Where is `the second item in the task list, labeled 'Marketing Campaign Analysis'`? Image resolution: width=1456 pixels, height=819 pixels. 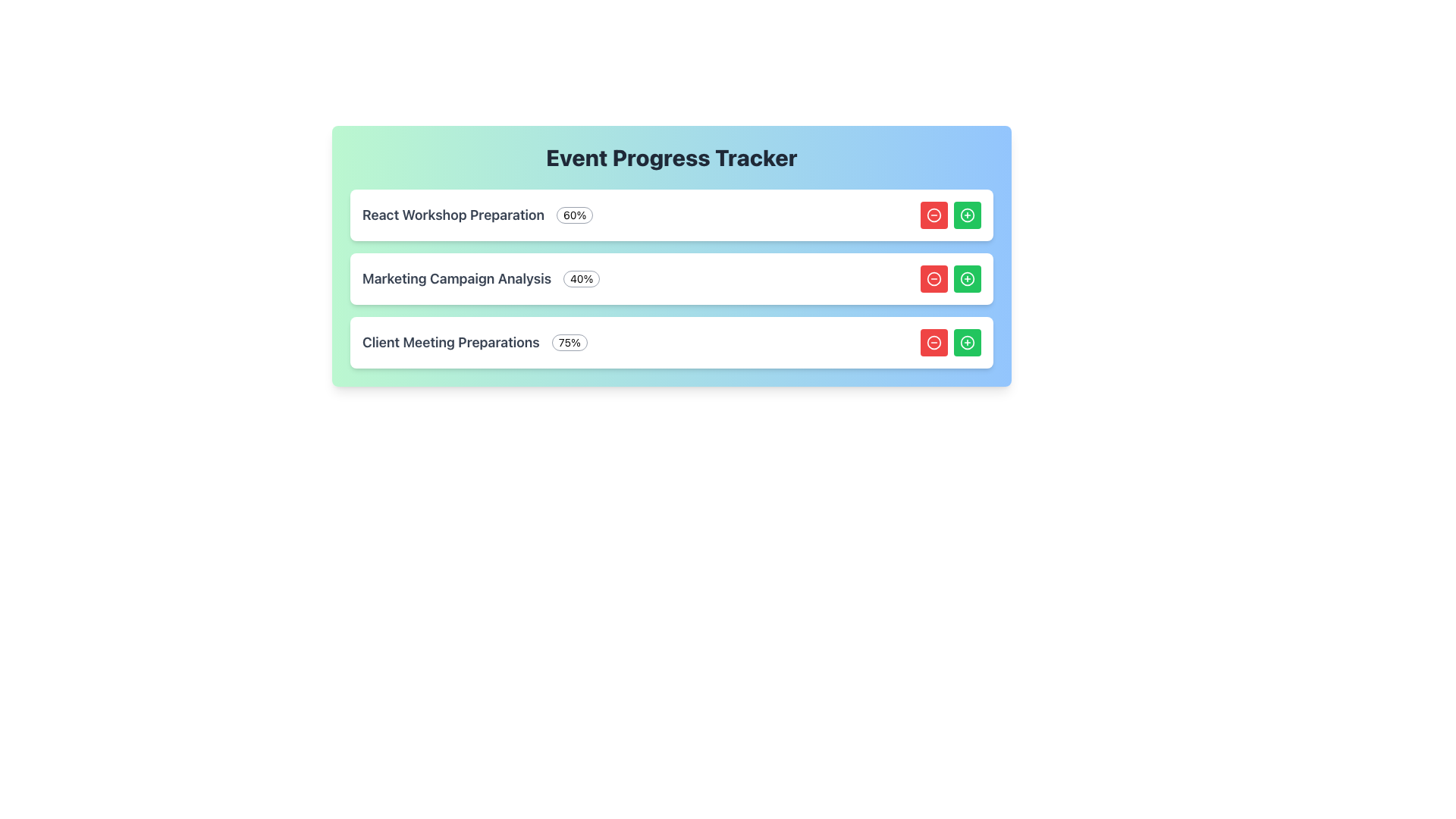
the second item in the task list, labeled 'Marketing Campaign Analysis' is located at coordinates (671, 278).